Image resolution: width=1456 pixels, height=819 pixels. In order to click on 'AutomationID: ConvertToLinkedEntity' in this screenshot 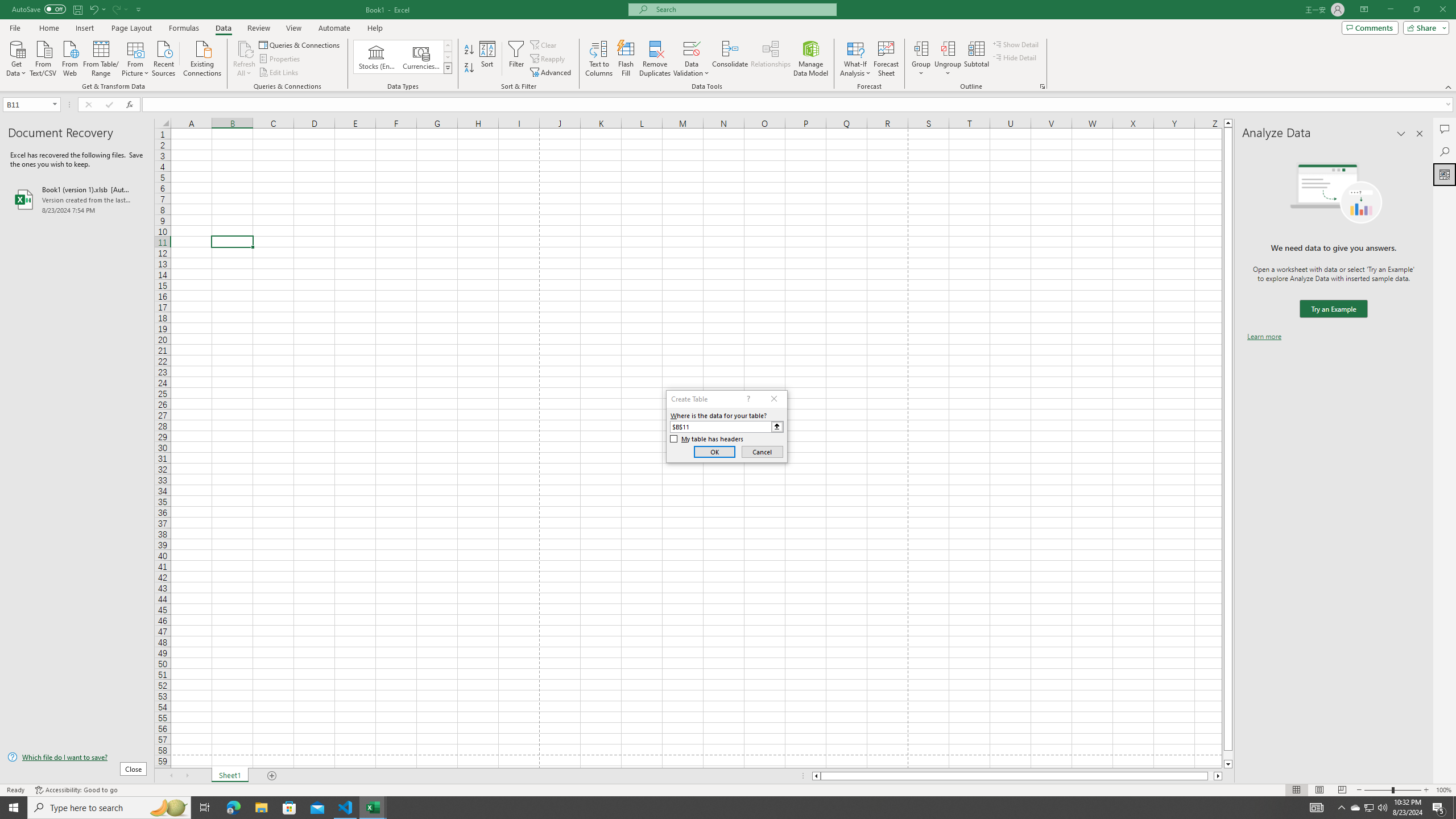, I will do `click(403, 56)`.